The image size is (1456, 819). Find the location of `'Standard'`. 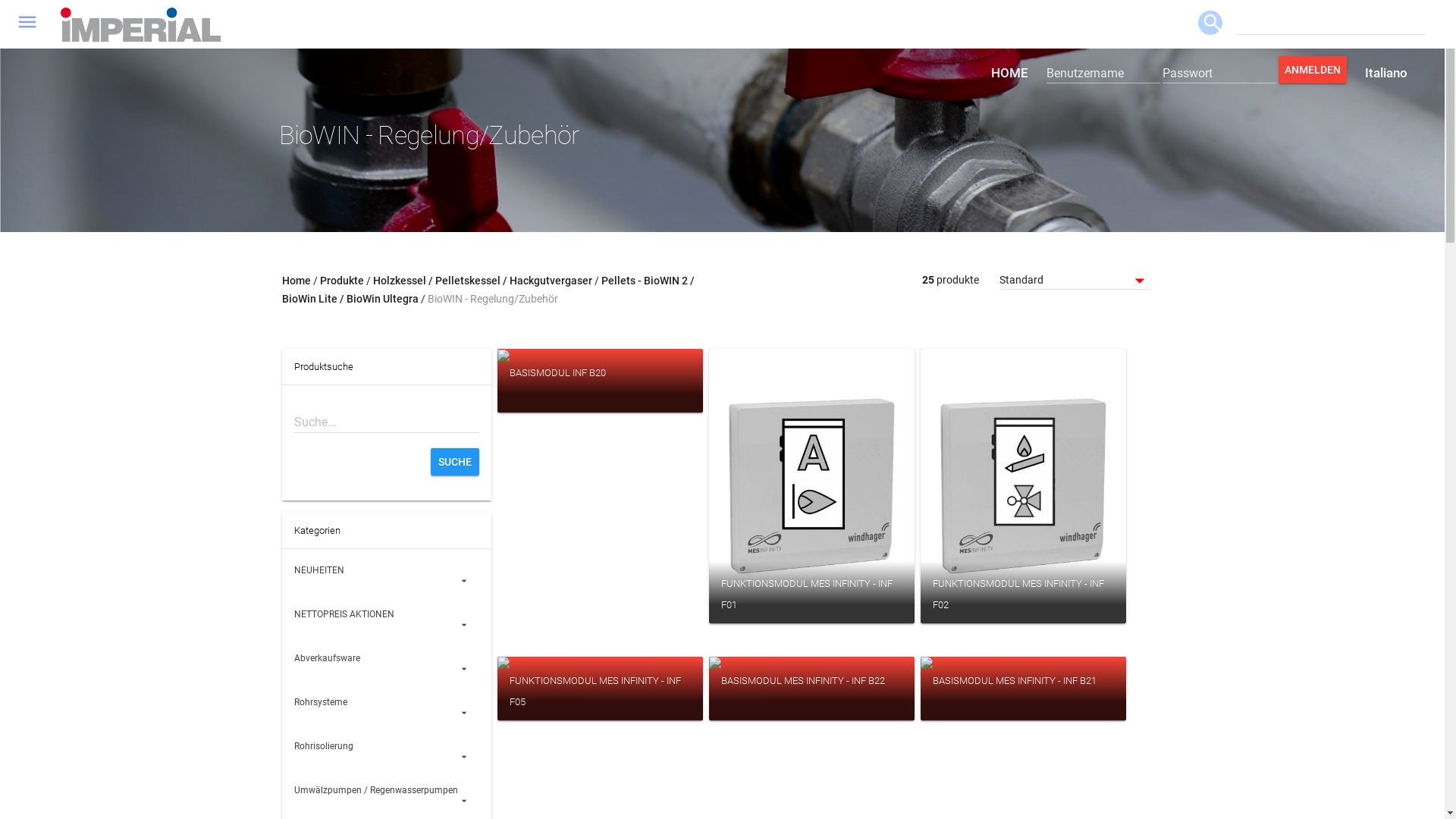

'Standard' is located at coordinates (1074, 281).